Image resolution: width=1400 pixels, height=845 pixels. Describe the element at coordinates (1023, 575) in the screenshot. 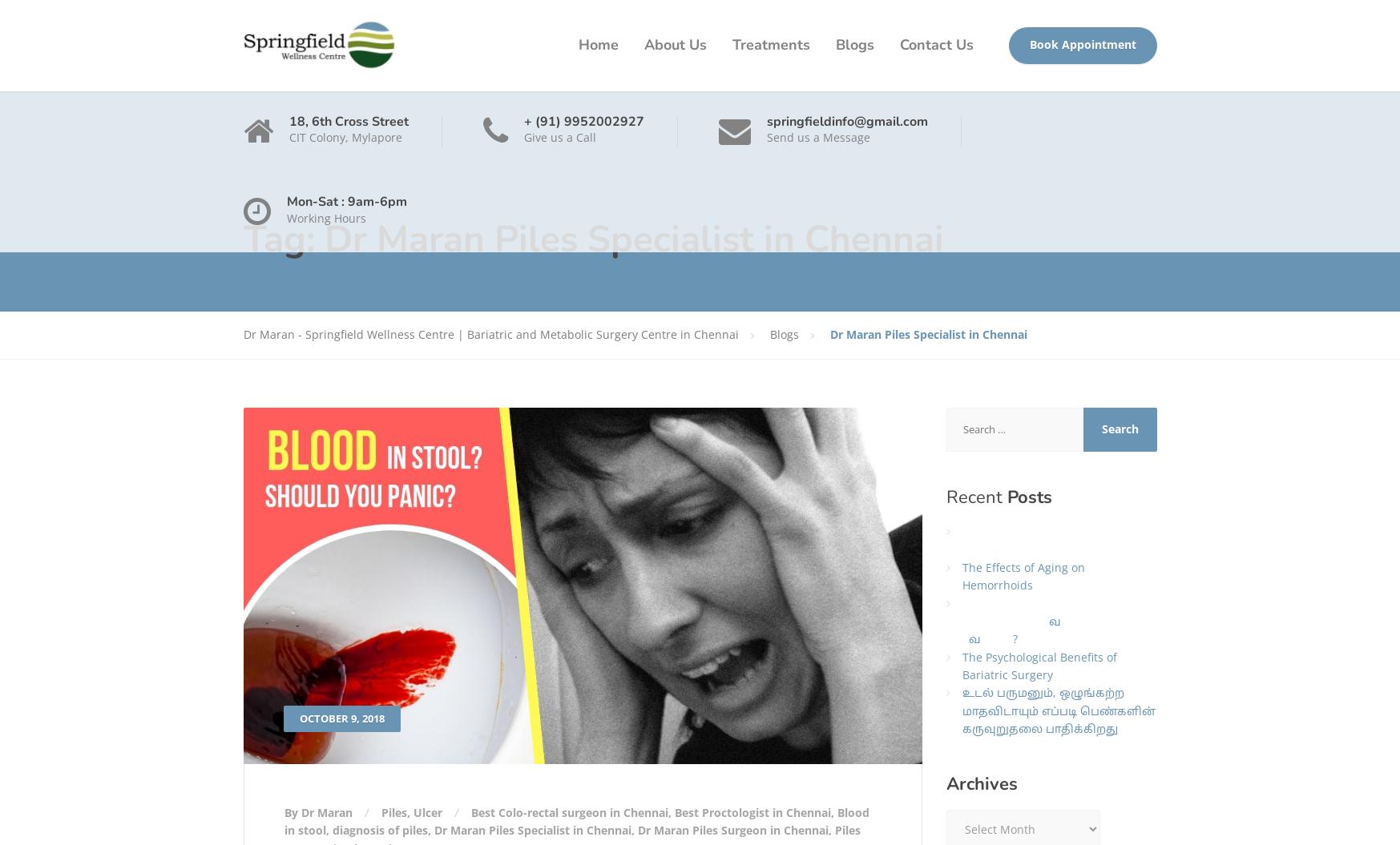

I see `'The Effects of Aging on Hemorrhoids'` at that location.